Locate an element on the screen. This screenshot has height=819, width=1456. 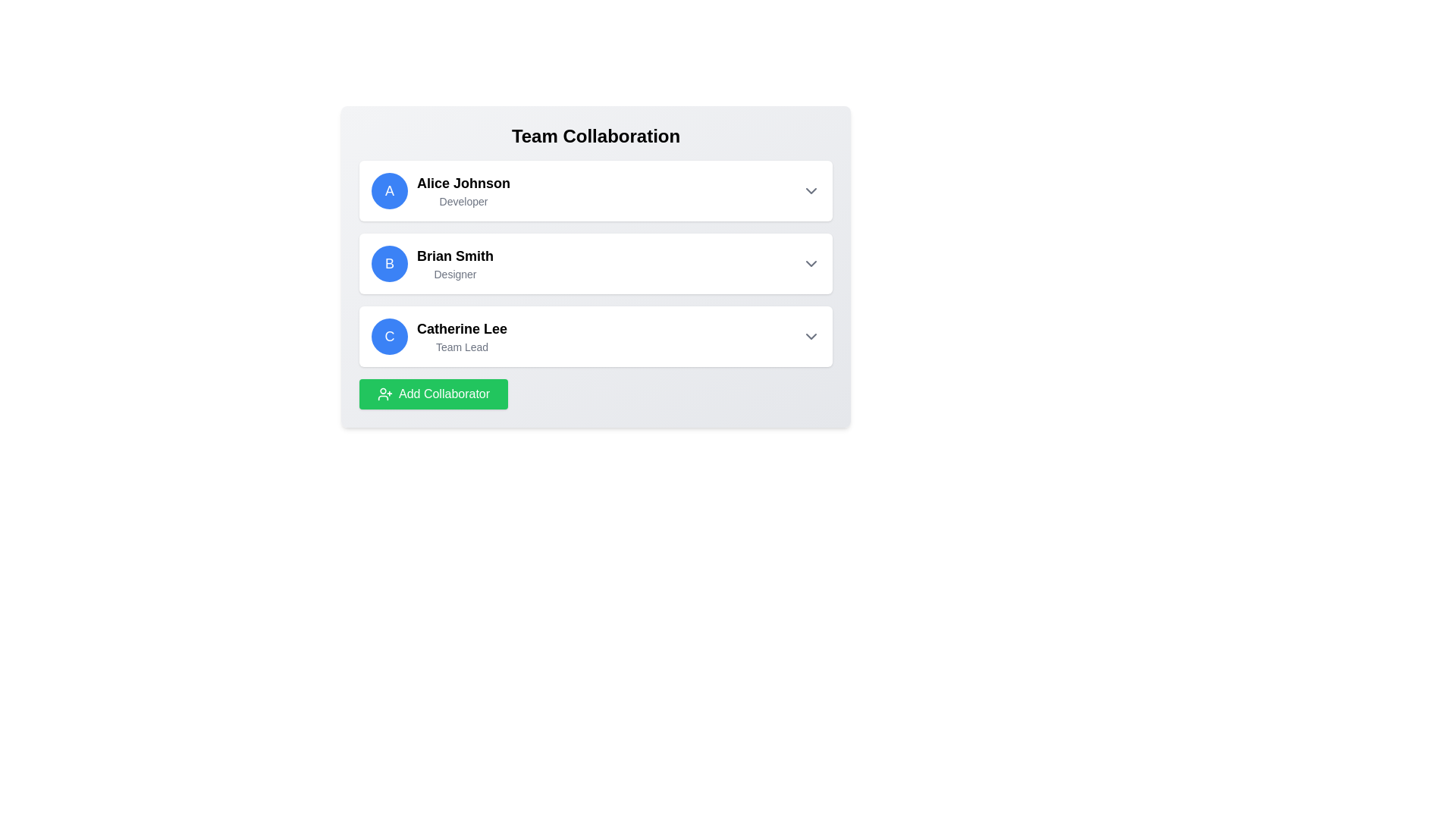
the team member profile card for 'Bob Smith', which is the second item is located at coordinates (595, 262).